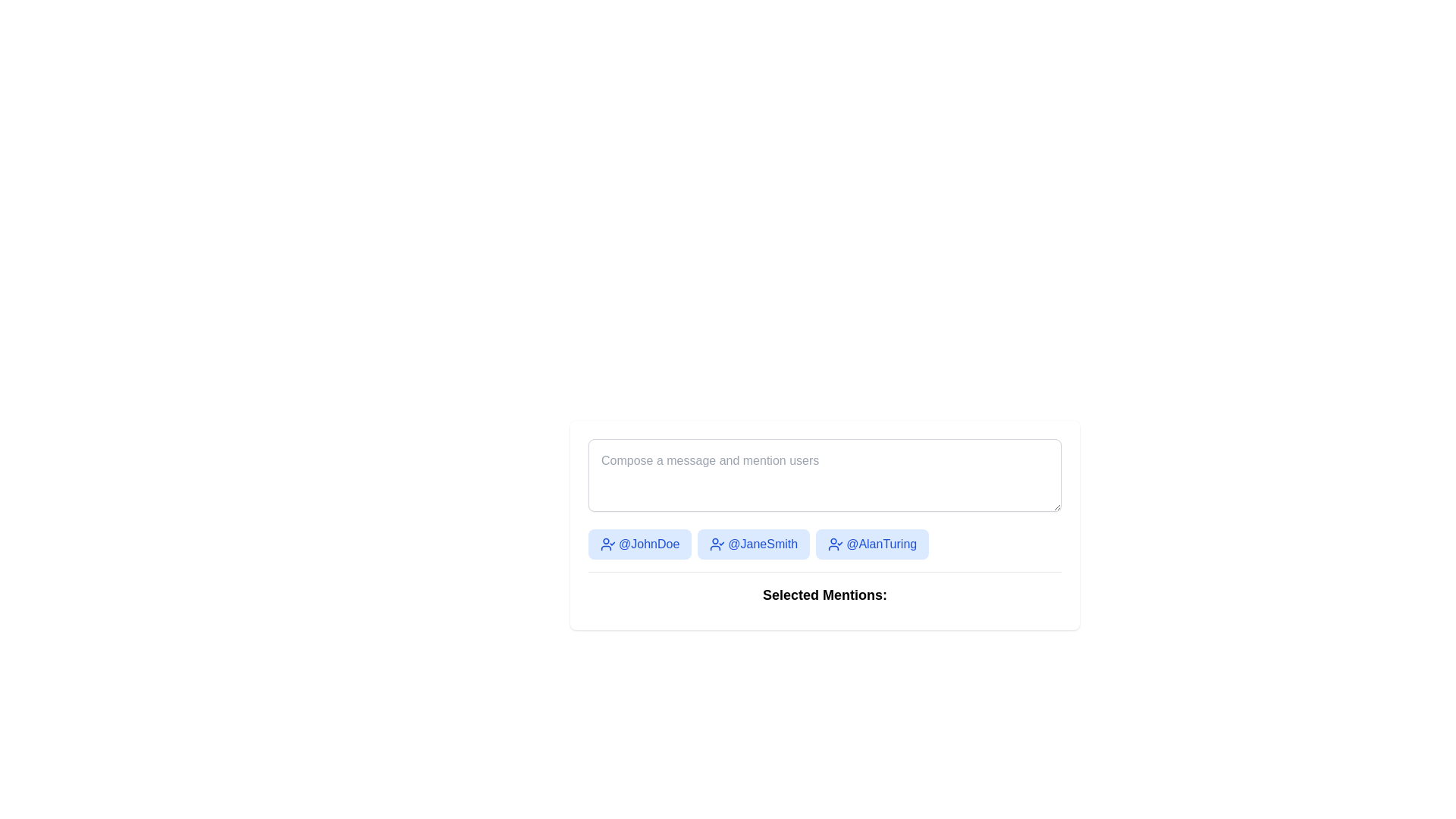  I want to click on the selectable mention tag representing a username, so click(881, 543).